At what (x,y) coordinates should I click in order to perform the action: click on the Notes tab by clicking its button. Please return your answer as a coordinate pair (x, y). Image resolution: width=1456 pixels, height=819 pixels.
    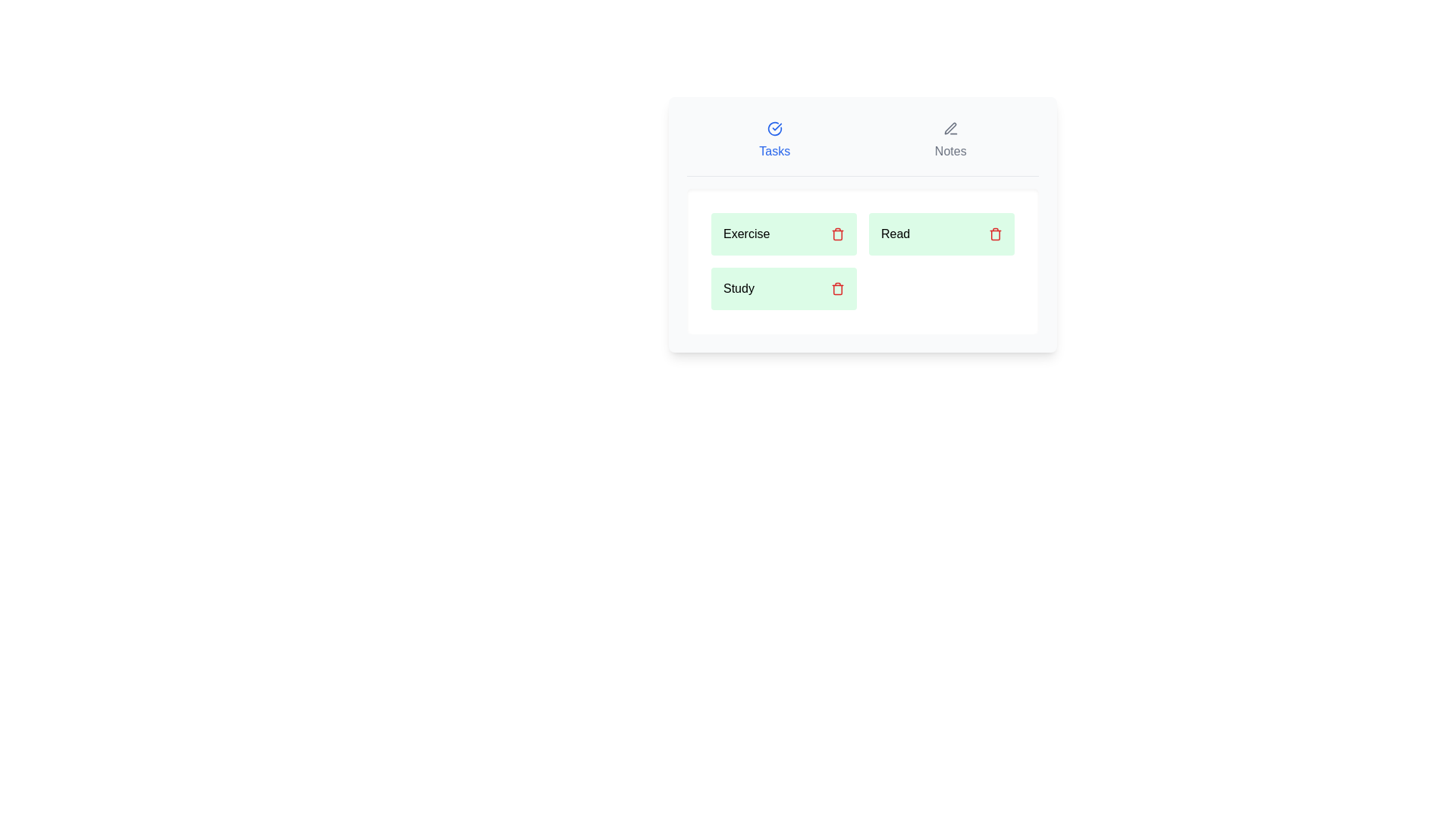
    Looking at the image, I should click on (949, 140).